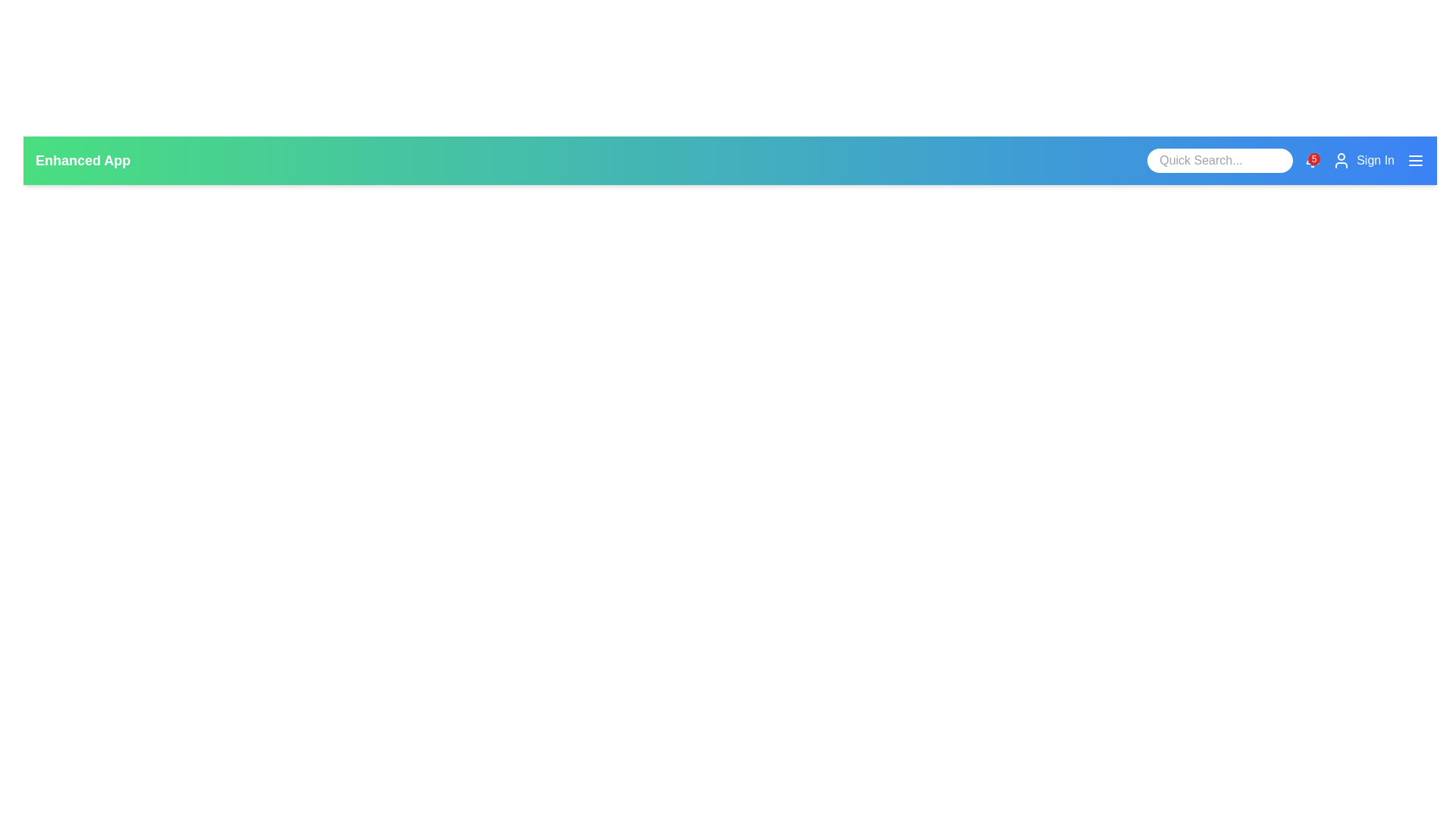  Describe the element at coordinates (1363, 161) in the screenshot. I see `the 'Sign In' button` at that location.